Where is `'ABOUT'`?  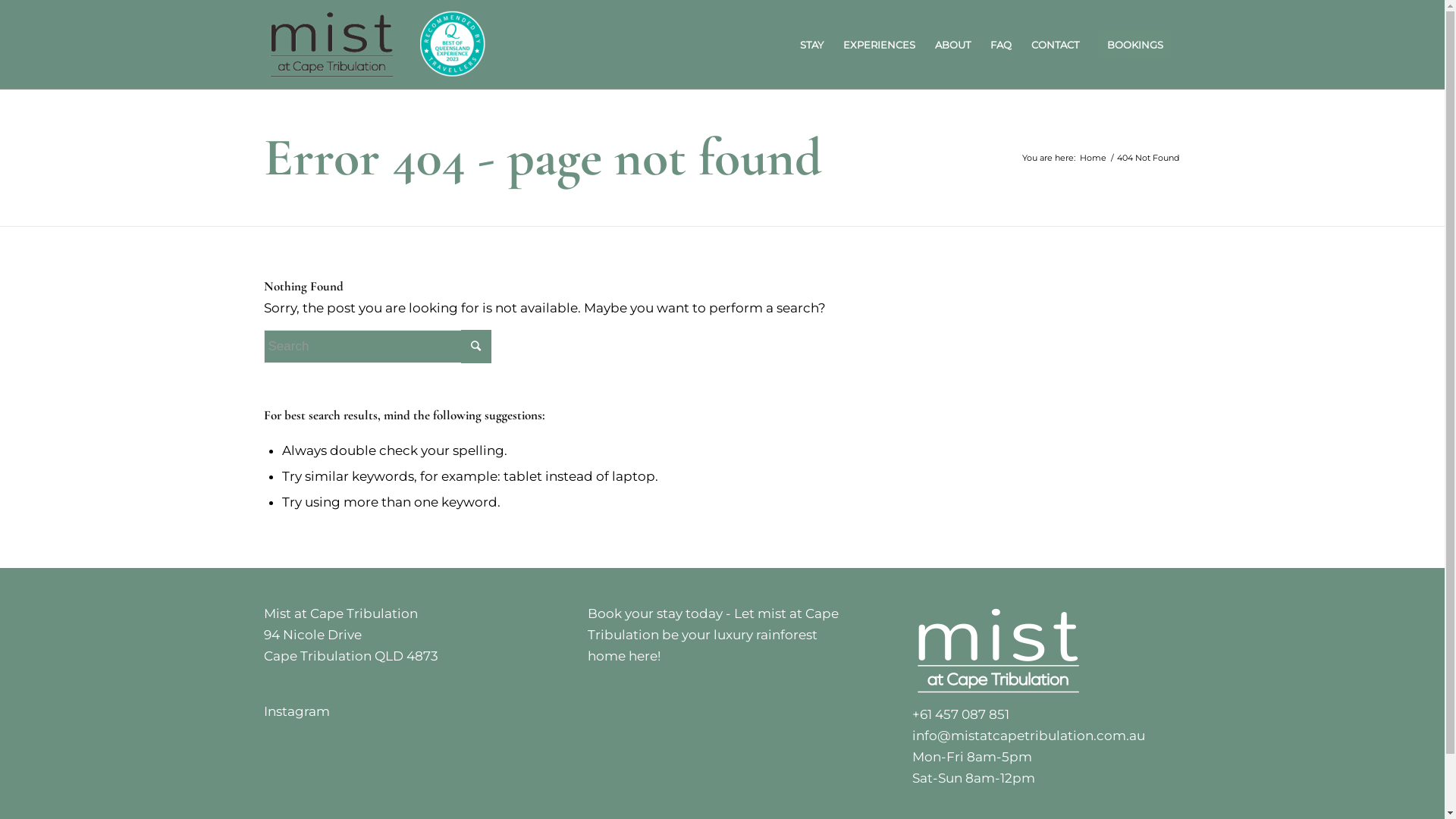 'ABOUT' is located at coordinates (952, 43).